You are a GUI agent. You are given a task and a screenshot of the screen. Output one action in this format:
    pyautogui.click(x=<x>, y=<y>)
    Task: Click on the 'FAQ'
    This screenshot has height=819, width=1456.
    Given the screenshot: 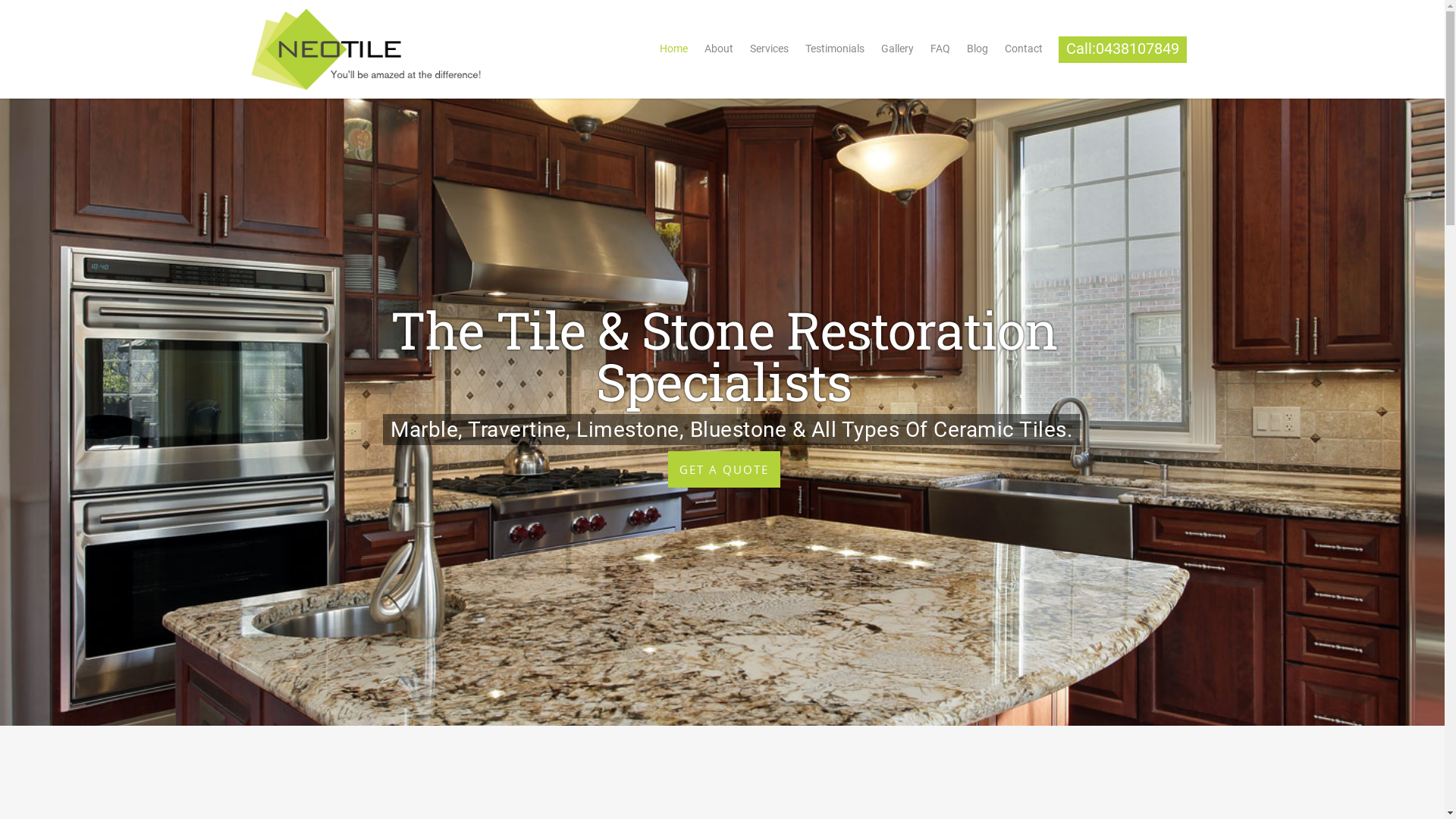 What is the action you would take?
    pyautogui.click(x=939, y=52)
    